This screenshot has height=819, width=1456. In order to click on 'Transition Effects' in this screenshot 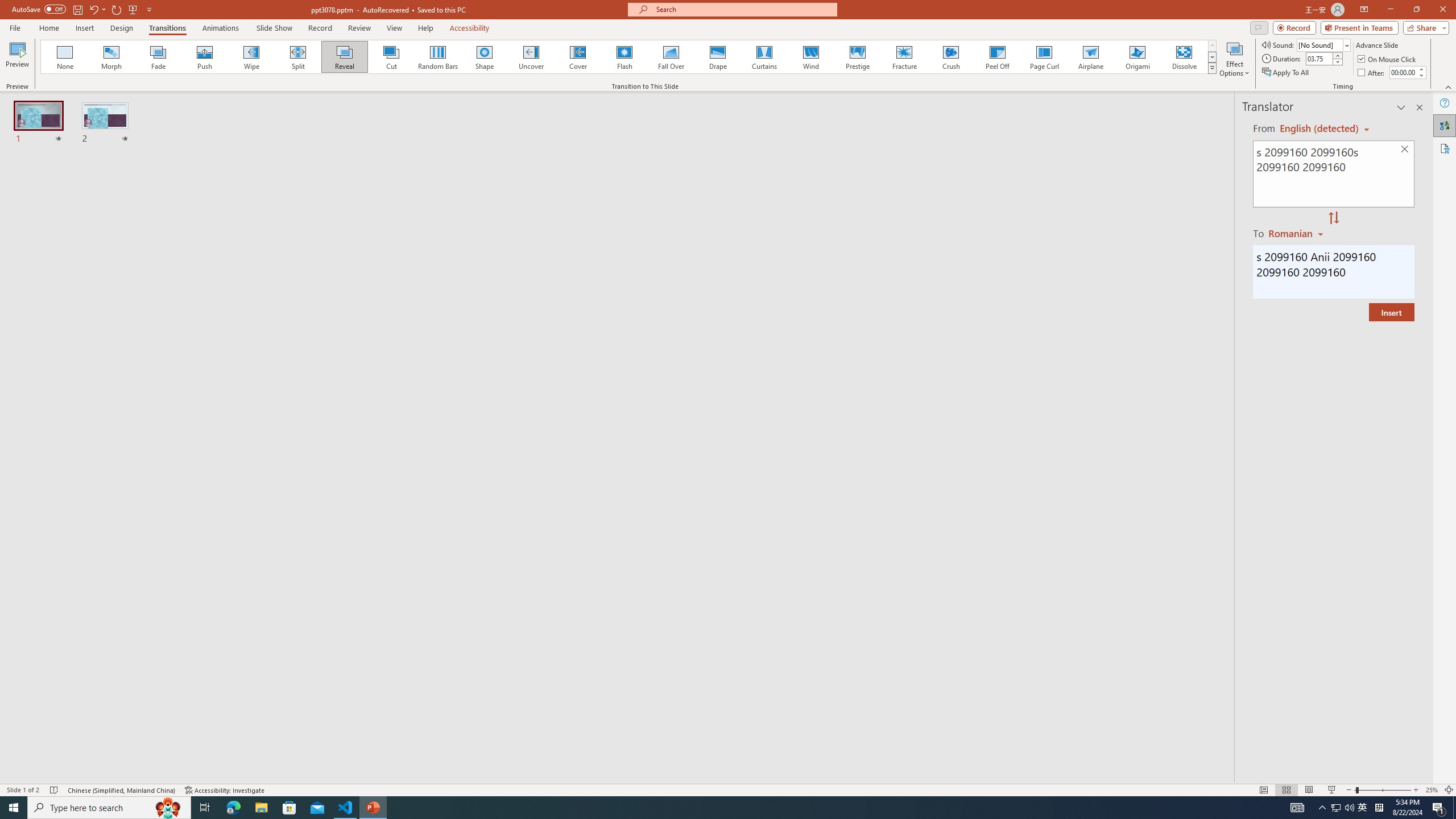, I will do `click(1212, 67)`.